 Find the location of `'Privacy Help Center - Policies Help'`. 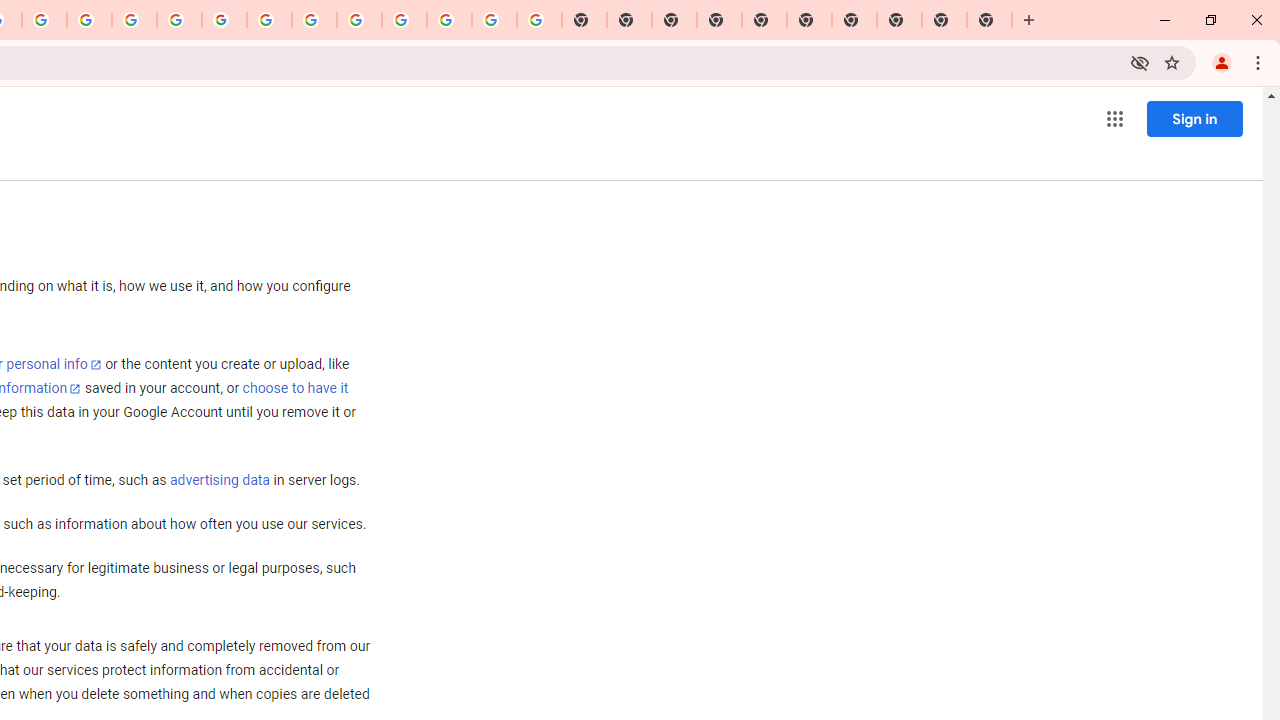

'Privacy Help Center - Policies Help' is located at coordinates (88, 20).